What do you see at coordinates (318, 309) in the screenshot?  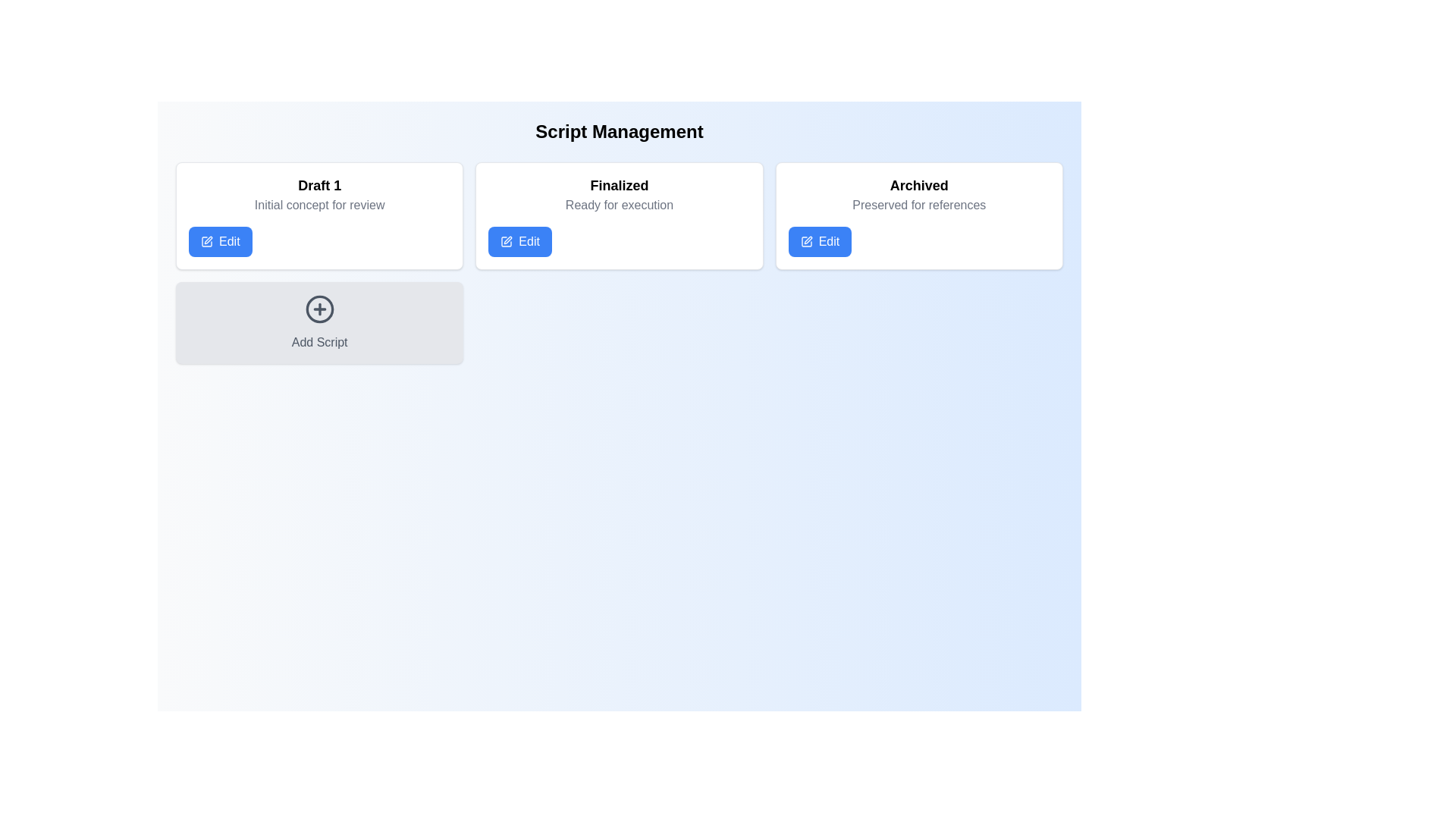 I see `the circular '+' icon located at the center of the 'Add Script' button` at bounding box center [318, 309].